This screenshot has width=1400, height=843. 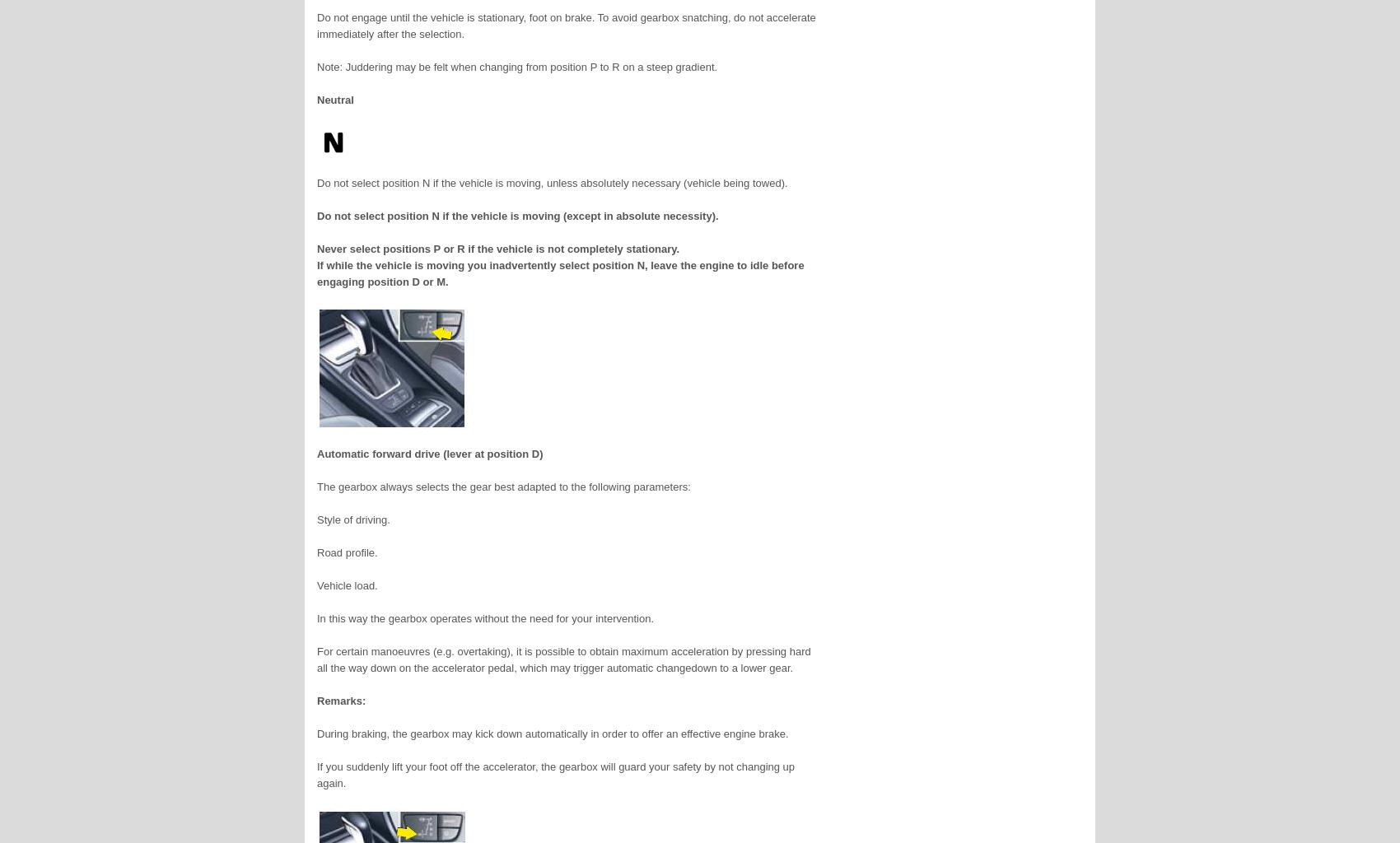 What do you see at coordinates (497, 248) in the screenshot?
I see `'Never select positions P or R if the vehicle is not completely stationary.'` at bounding box center [497, 248].